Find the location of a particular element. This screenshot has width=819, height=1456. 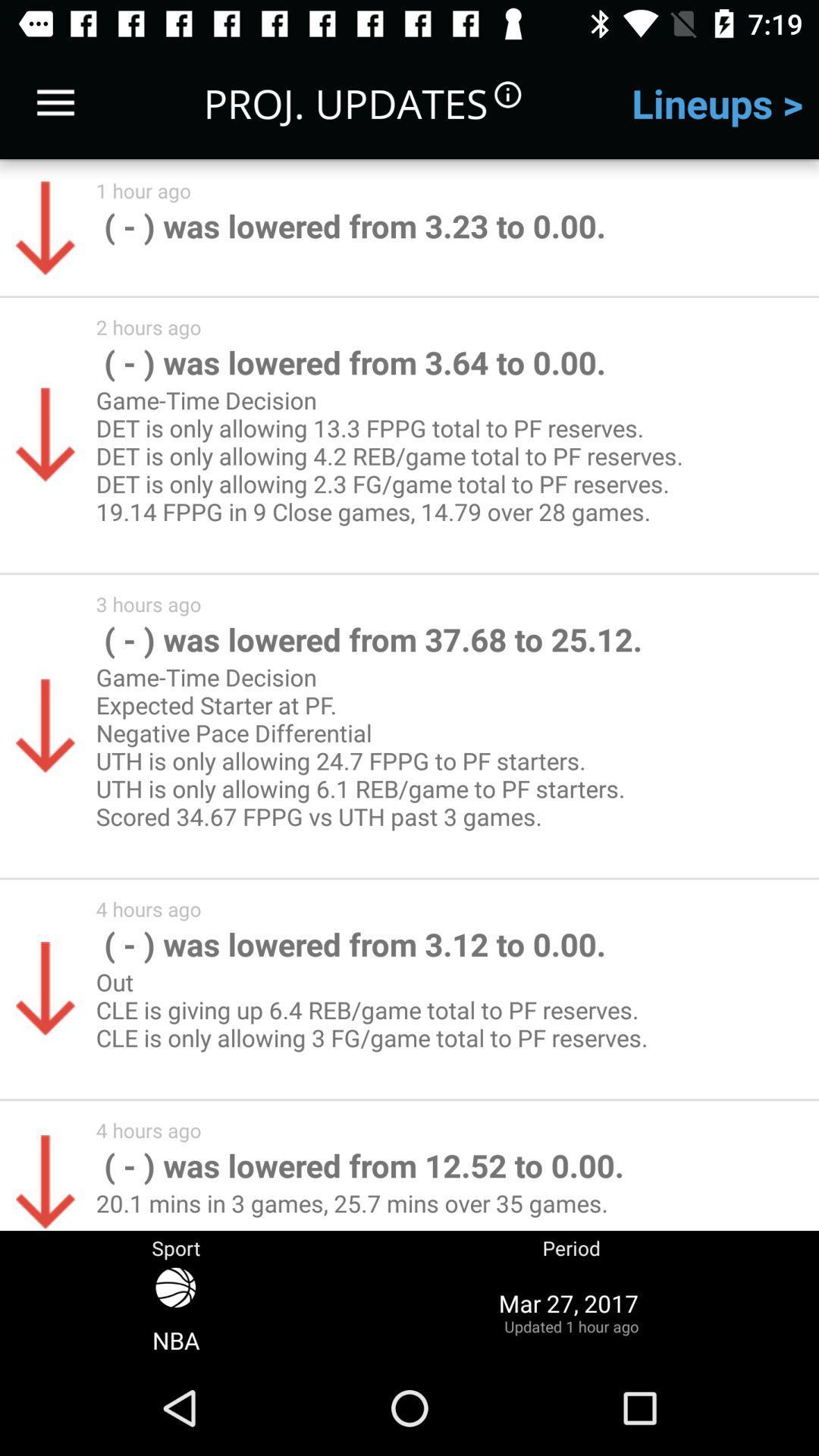

the icon at the top right corner is located at coordinates (717, 102).